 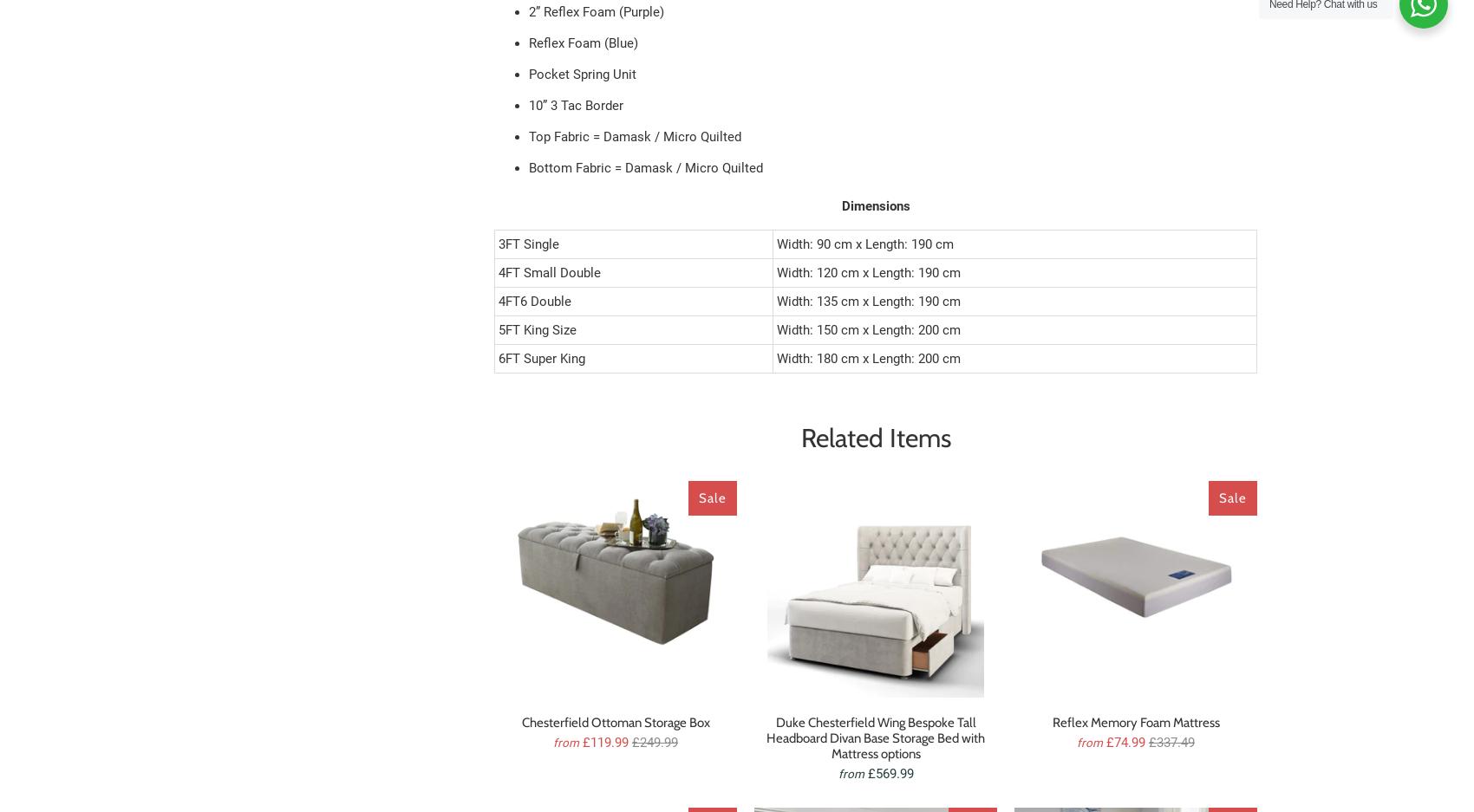 What do you see at coordinates (540, 358) in the screenshot?
I see `'6FT Super King'` at bounding box center [540, 358].